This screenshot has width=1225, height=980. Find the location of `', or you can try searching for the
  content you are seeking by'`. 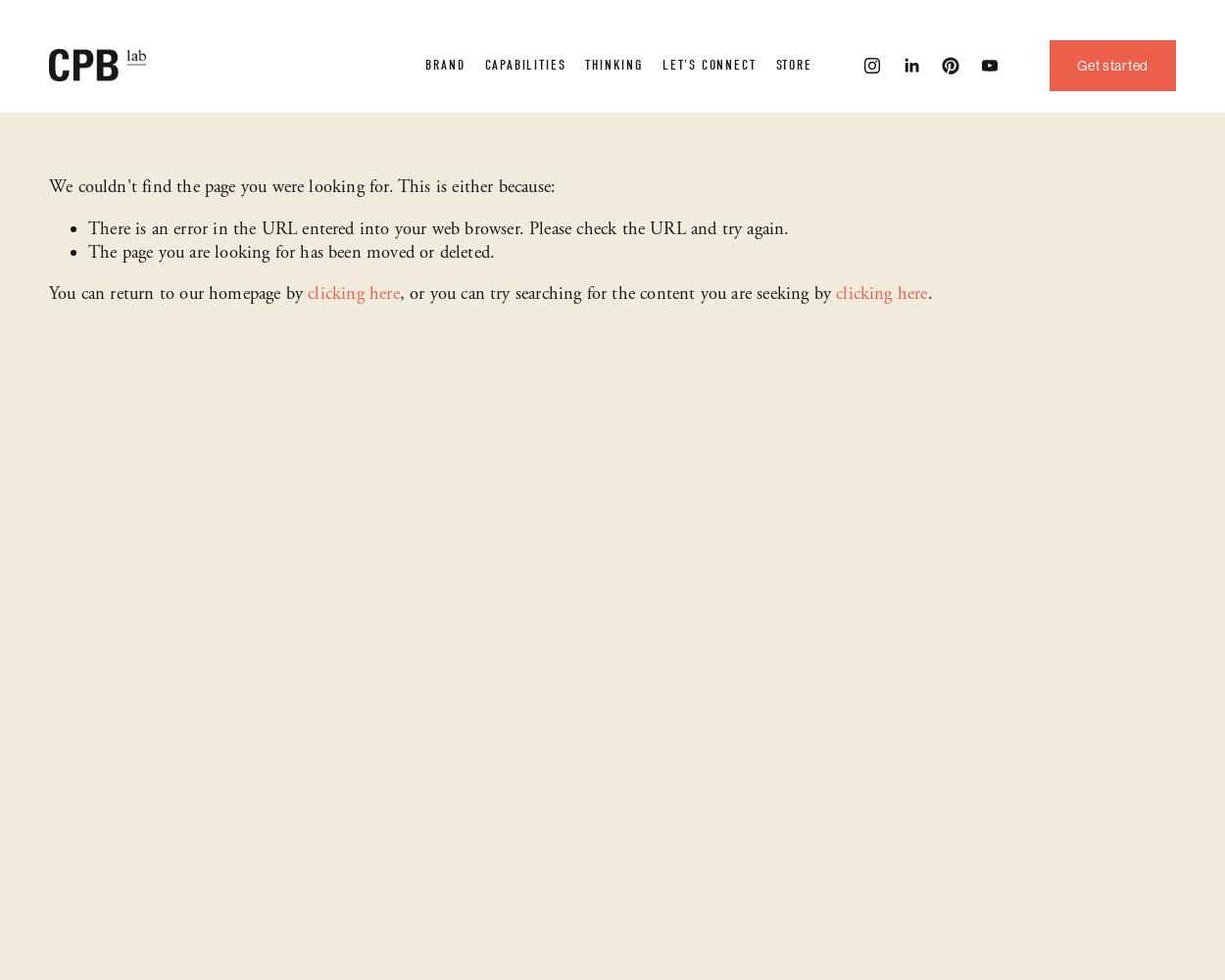

', or you can try searching for the
  content you are seeking by' is located at coordinates (617, 294).